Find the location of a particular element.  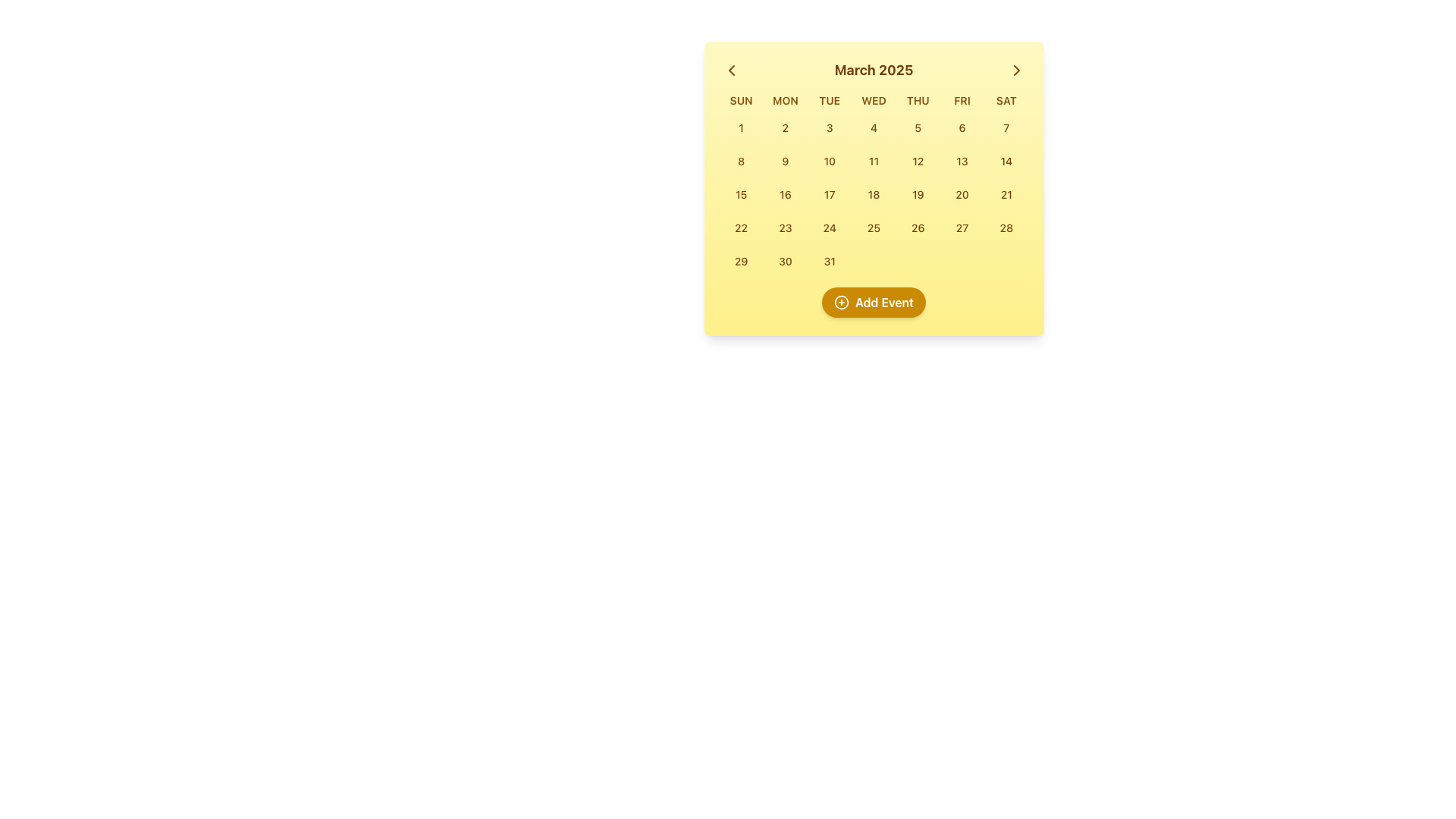

the calendar days grid, which is centrally located below the day headers and above the 'Add Event' button, displaying the days of the month in a structured format is located at coordinates (874, 194).